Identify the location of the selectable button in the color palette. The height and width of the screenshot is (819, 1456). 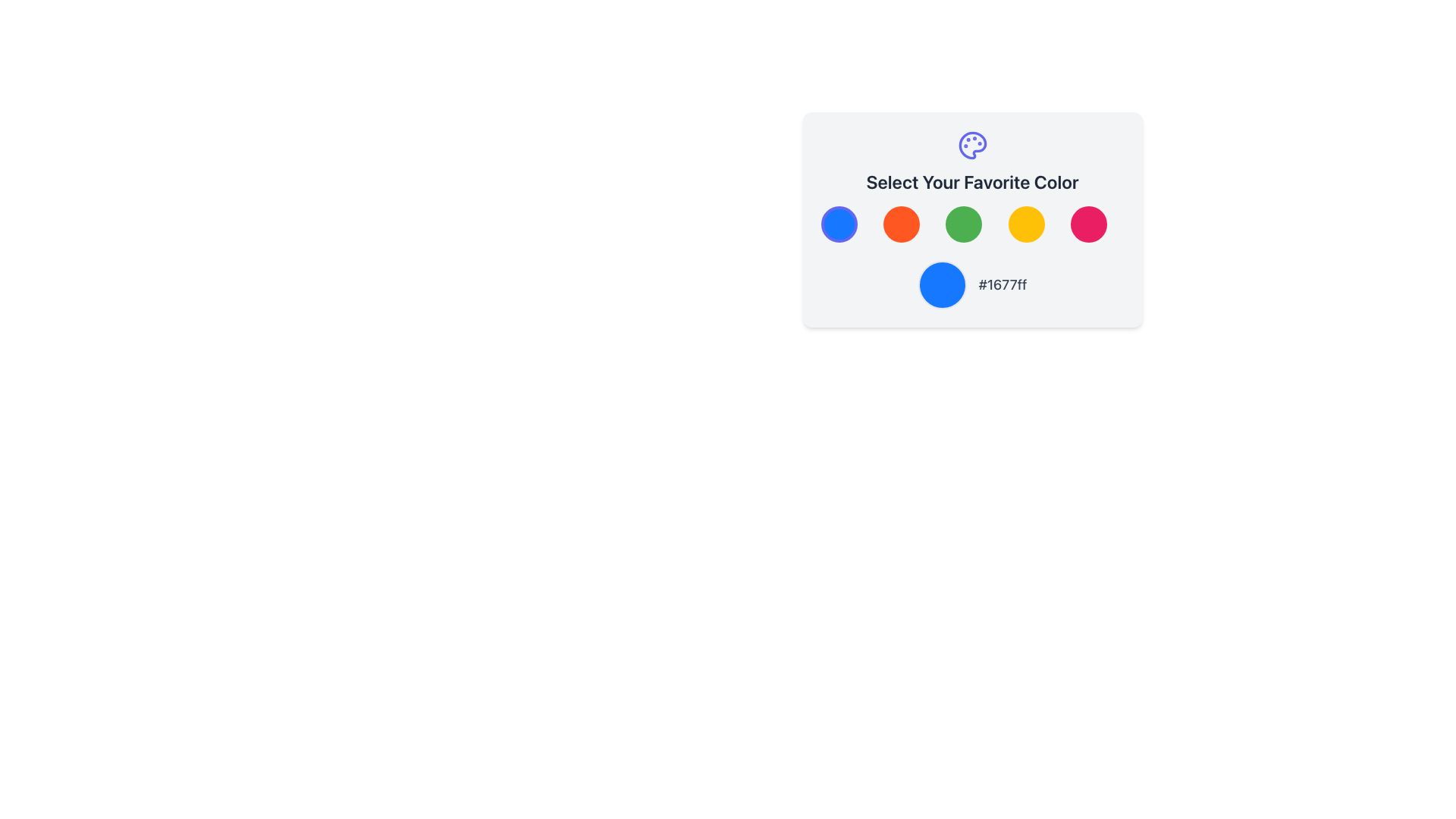
(1087, 224).